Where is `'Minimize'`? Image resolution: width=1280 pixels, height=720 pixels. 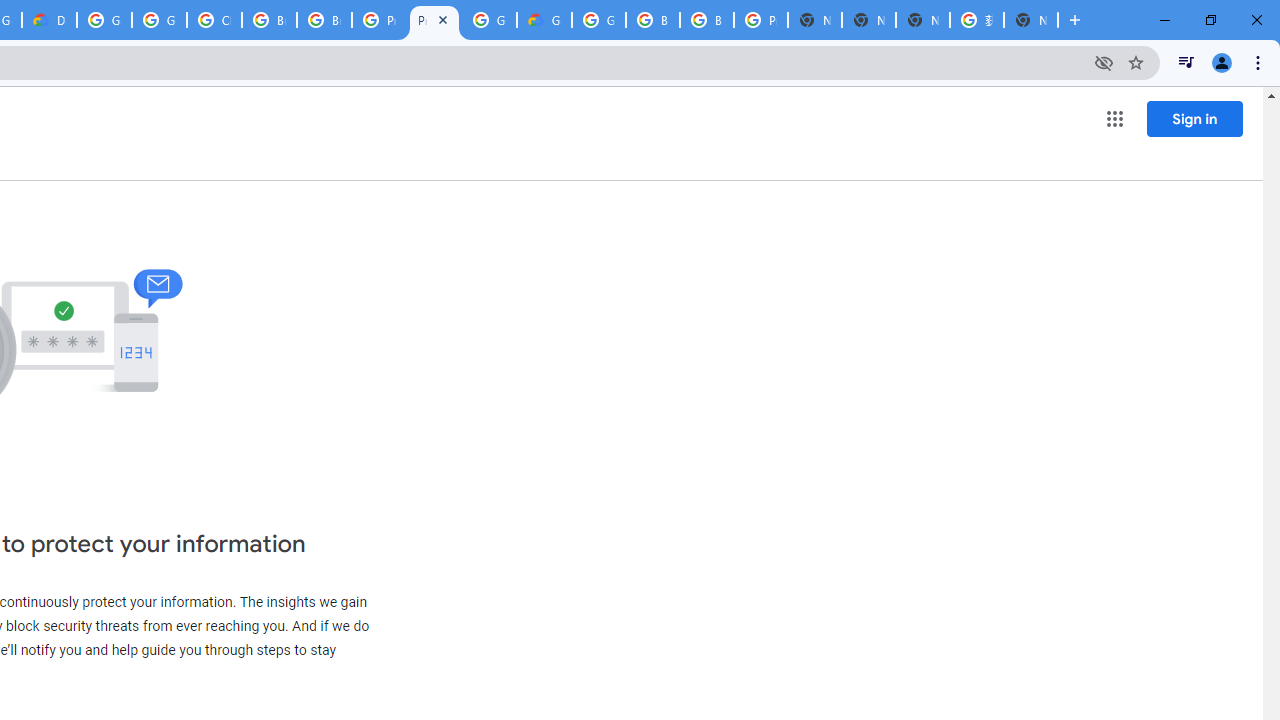
'Minimize' is located at coordinates (1165, 20).